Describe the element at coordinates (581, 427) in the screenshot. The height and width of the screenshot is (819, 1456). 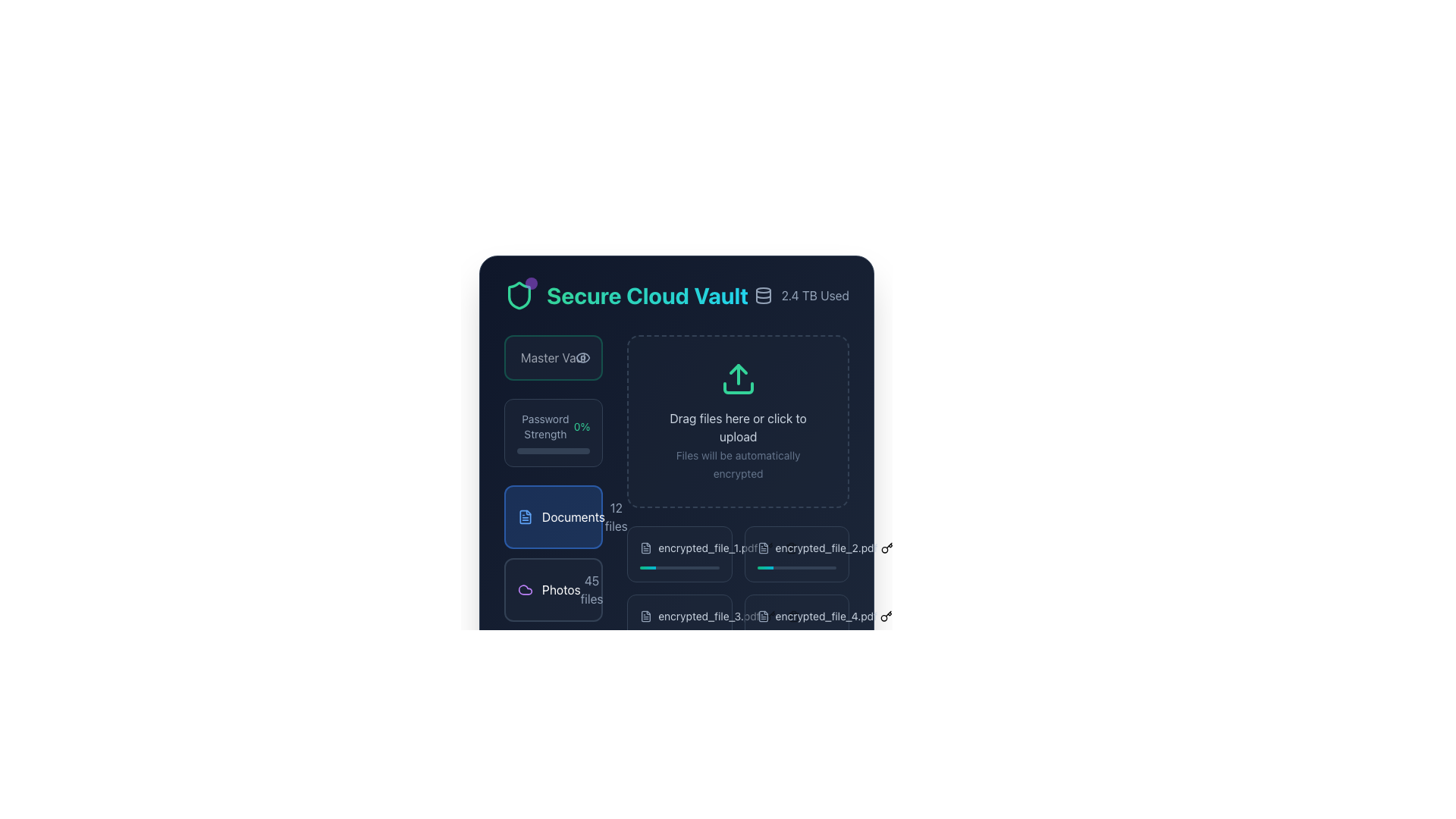
I see `the Text label displaying '0%' in bright emerald green color, located to the right of 'Password Strength'` at that location.